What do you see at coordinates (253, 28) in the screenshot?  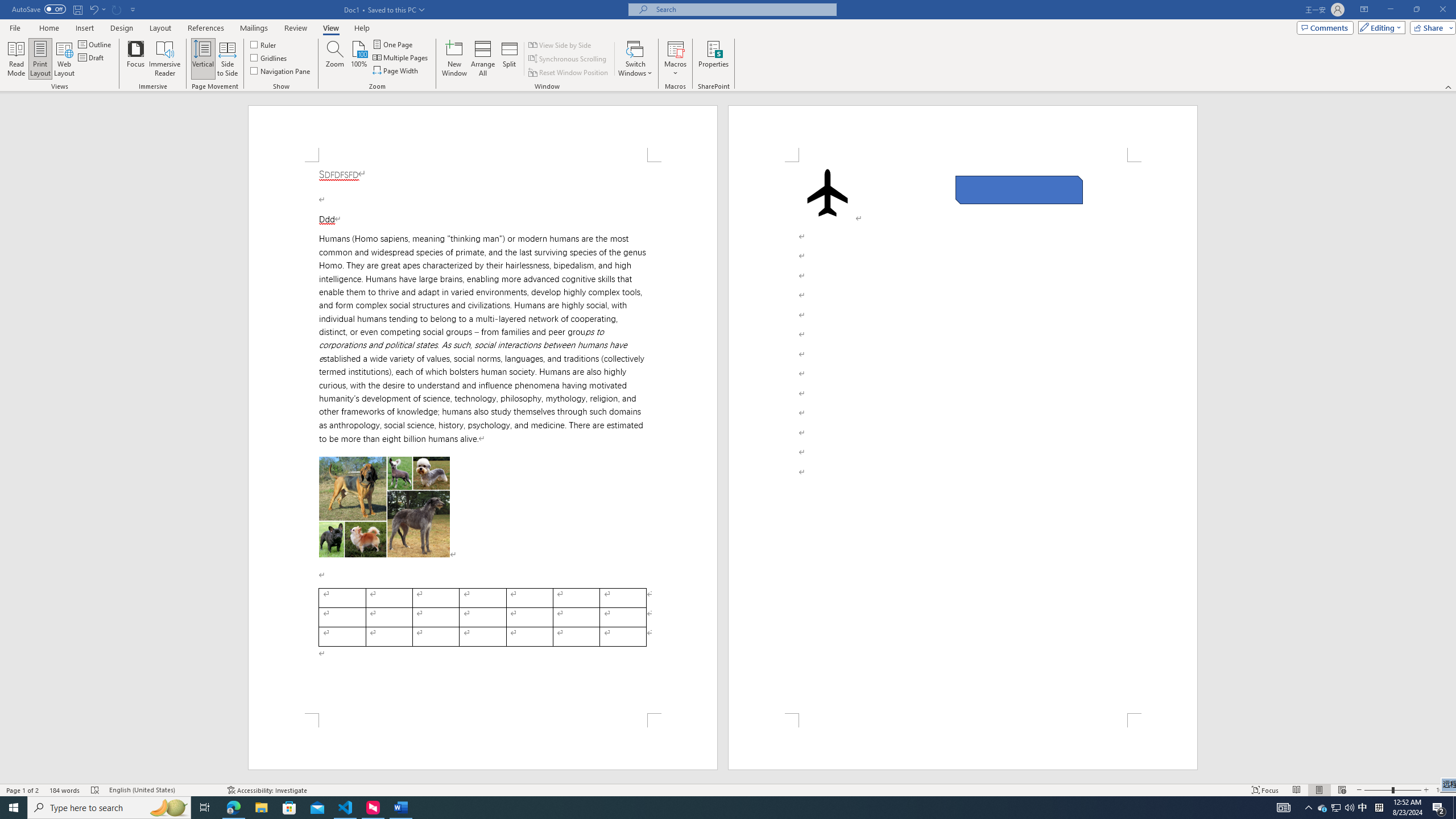 I see `'Mailings'` at bounding box center [253, 28].